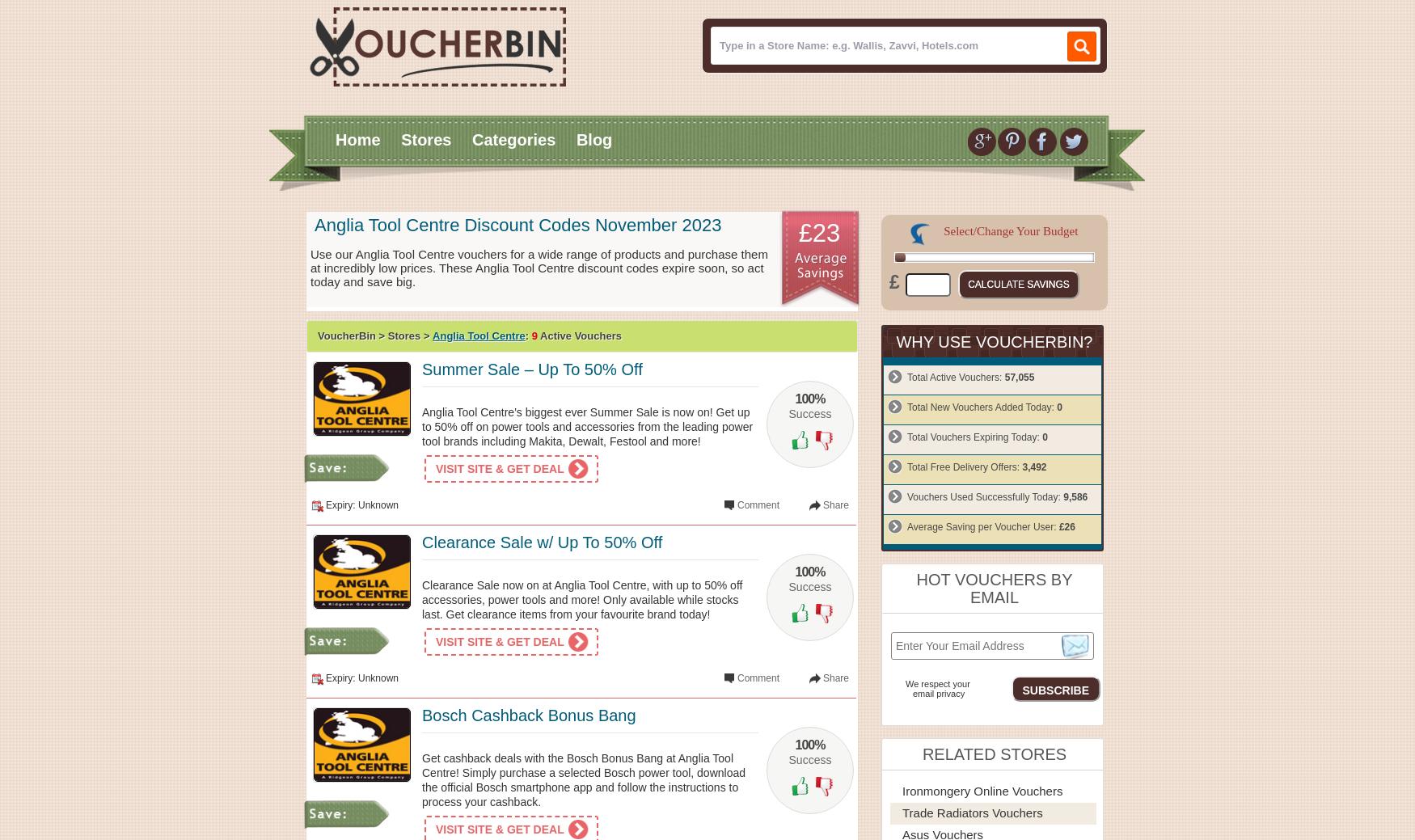 This screenshot has width=1415, height=840. I want to click on 'Hot Vouchers By Email', so click(914, 588).